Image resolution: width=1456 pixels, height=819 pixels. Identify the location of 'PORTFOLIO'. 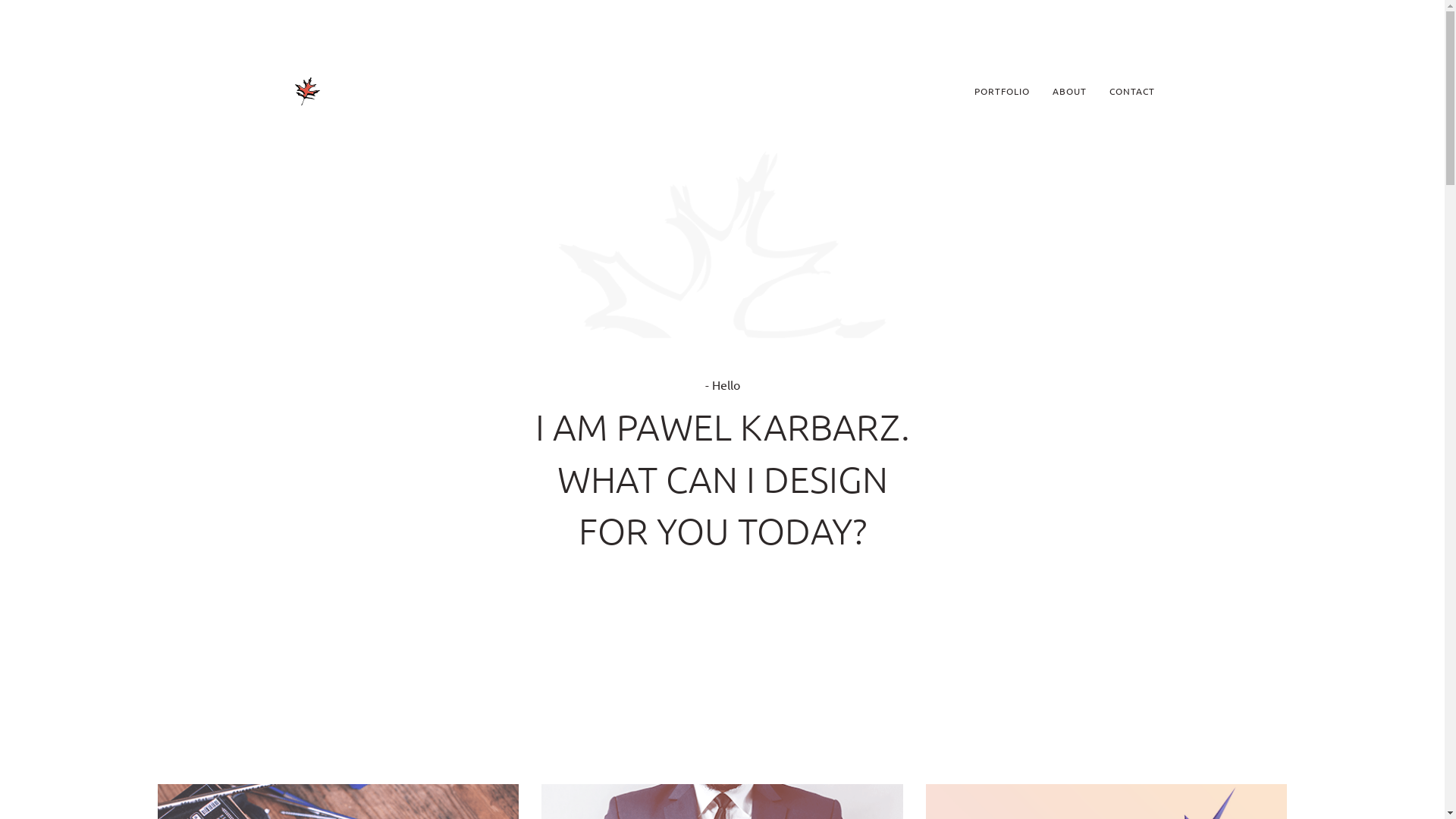
(962, 90).